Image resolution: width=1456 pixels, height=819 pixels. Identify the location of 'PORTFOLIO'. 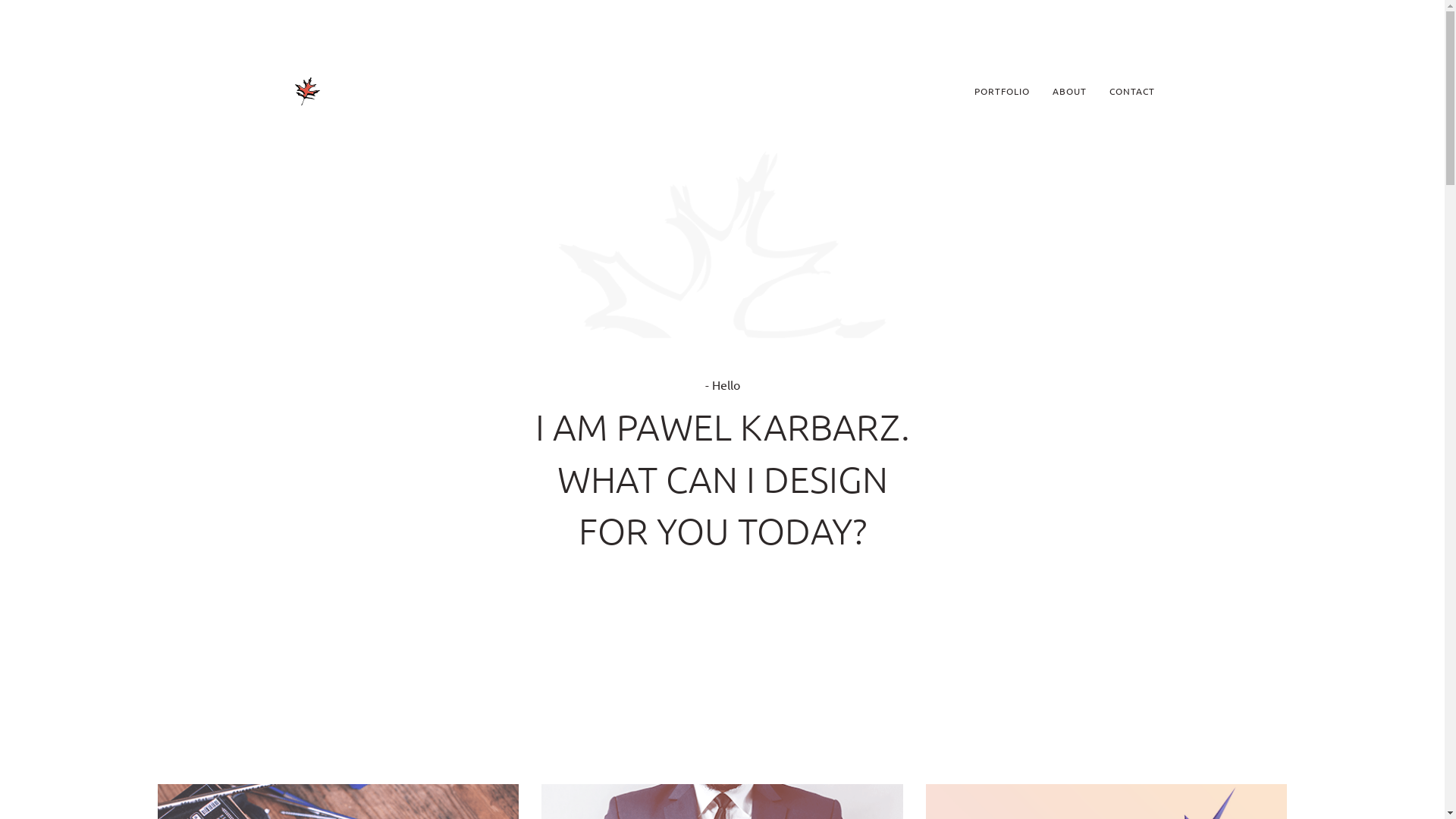
(962, 90).